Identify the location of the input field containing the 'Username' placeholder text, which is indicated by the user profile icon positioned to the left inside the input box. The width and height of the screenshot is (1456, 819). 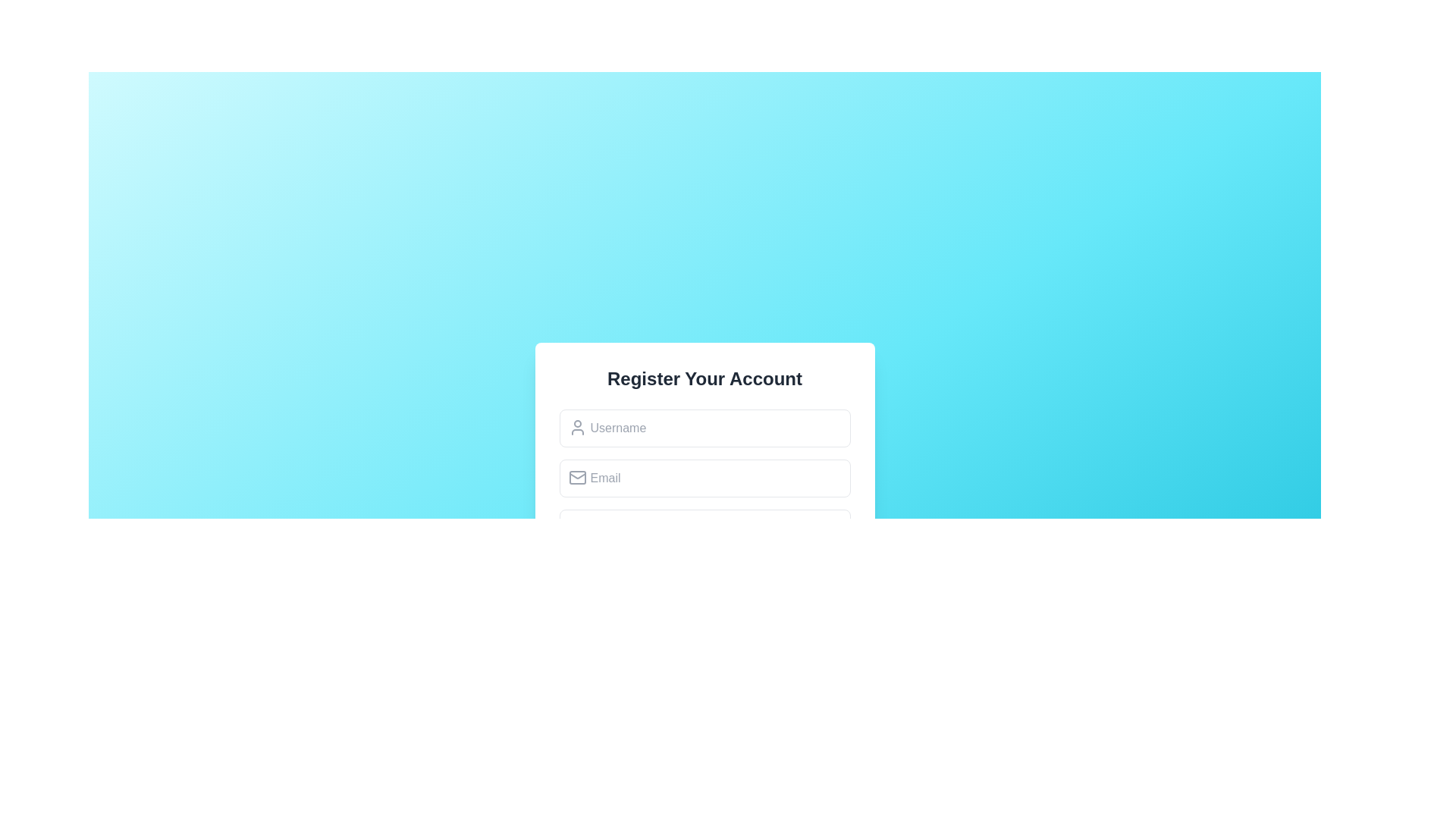
(576, 427).